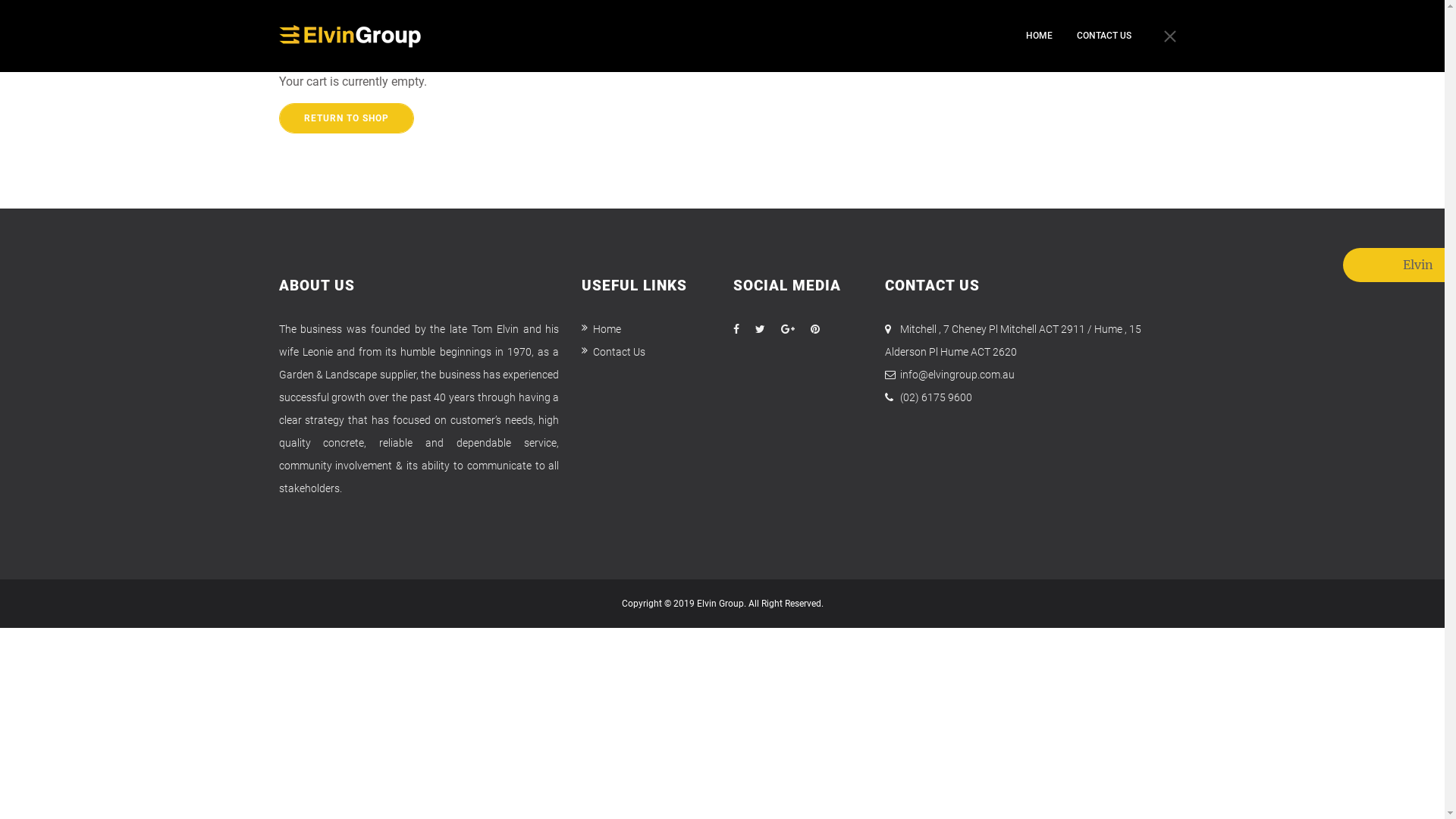  What do you see at coordinates (1076, 35) in the screenshot?
I see `'CONTACT US'` at bounding box center [1076, 35].